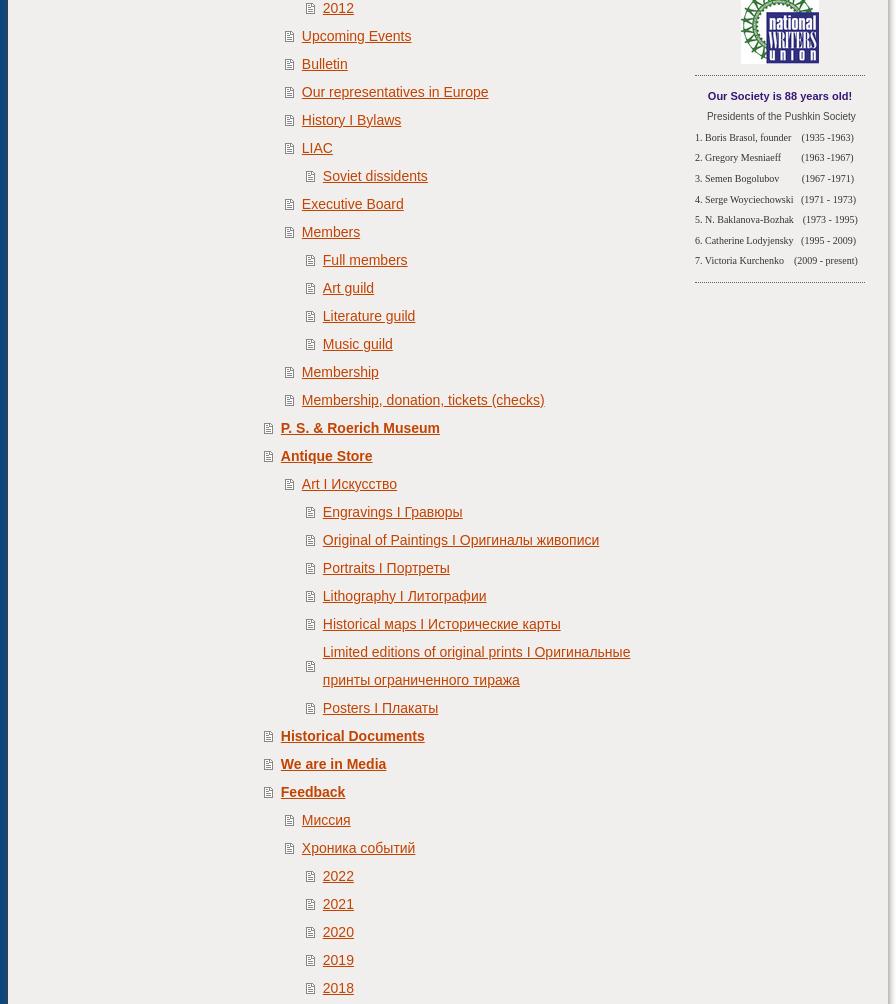 The image size is (896, 1004). What do you see at coordinates (422, 397) in the screenshot?
I see `'Membership, donation, tickets (checks)'` at bounding box center [422, 397].